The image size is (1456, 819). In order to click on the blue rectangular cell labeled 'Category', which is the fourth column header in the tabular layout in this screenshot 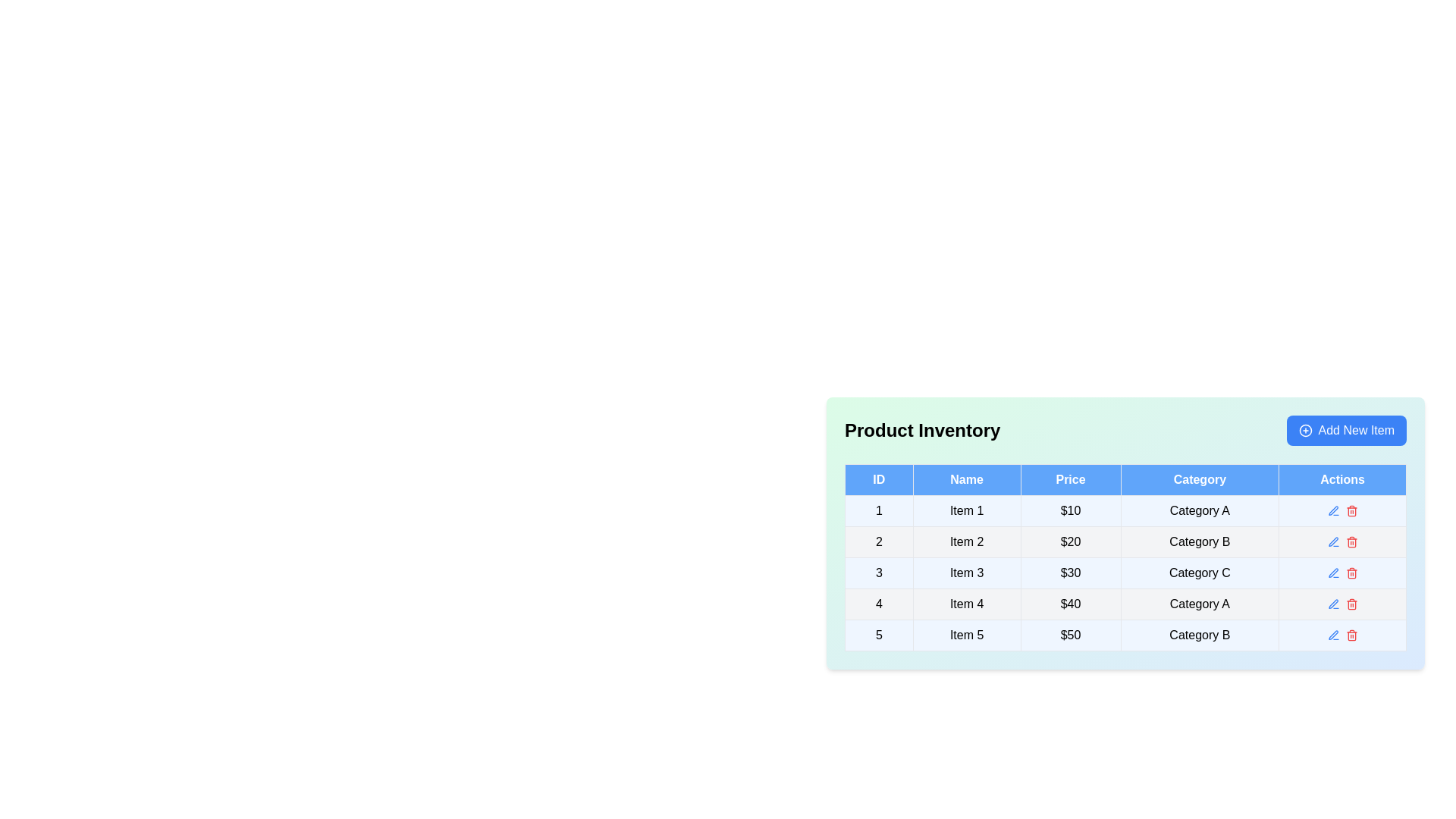, I will do `click(1199, 479)`.